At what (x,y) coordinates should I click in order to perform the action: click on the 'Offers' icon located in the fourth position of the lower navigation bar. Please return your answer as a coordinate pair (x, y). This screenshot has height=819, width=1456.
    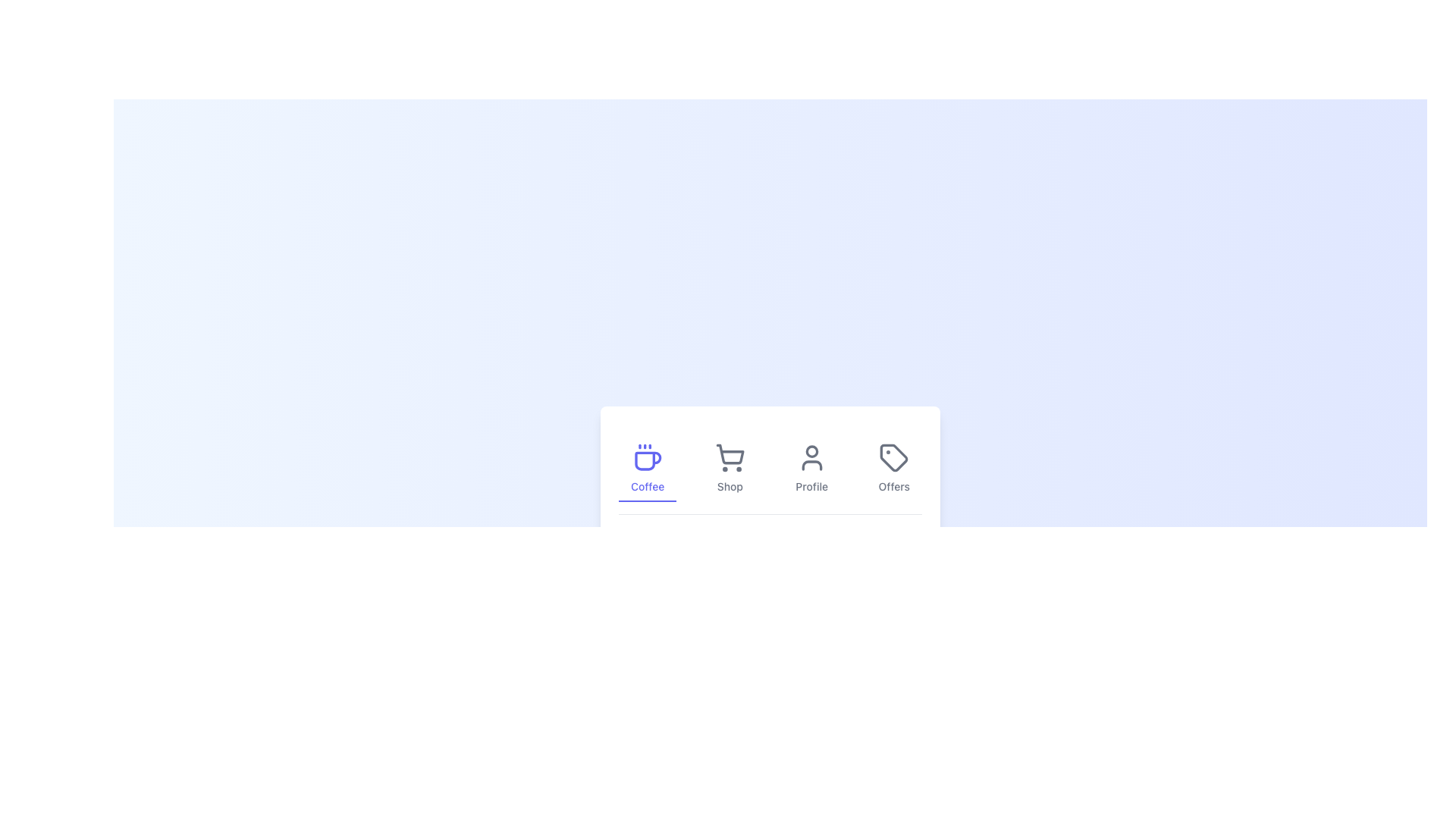
    Looking at the image, I should click on (894, 457).